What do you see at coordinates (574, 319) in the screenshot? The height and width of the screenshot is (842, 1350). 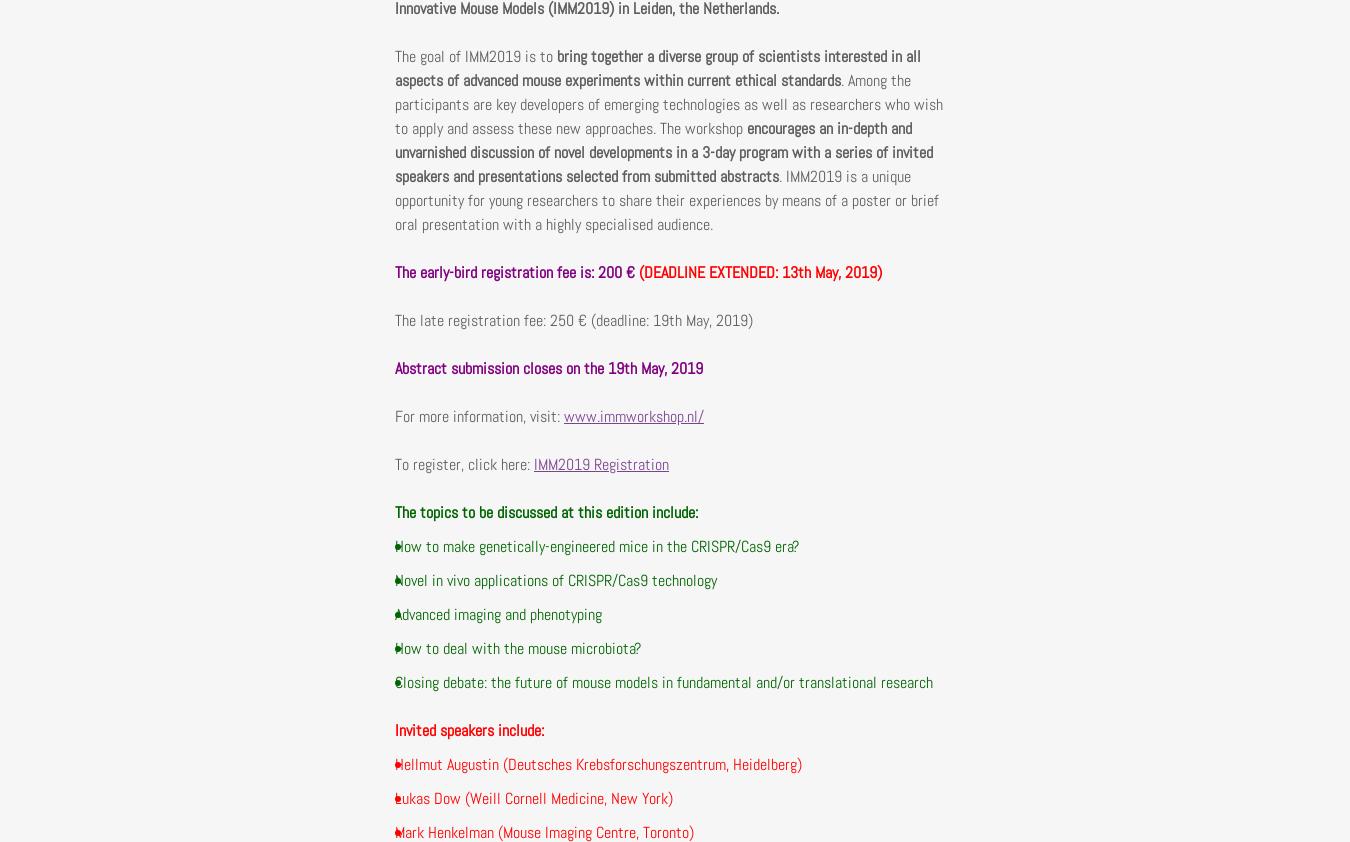 I see `'The late registration fee: 250 € (deadline: 19th May, 2019)'` at bounding box center [574, 319].